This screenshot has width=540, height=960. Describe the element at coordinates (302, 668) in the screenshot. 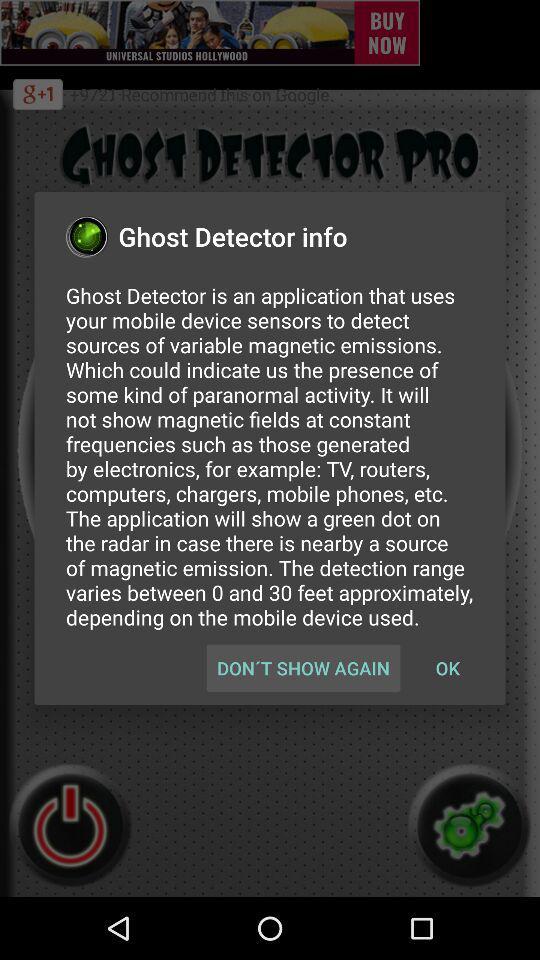

I see `the icon next to ok button` at that location.